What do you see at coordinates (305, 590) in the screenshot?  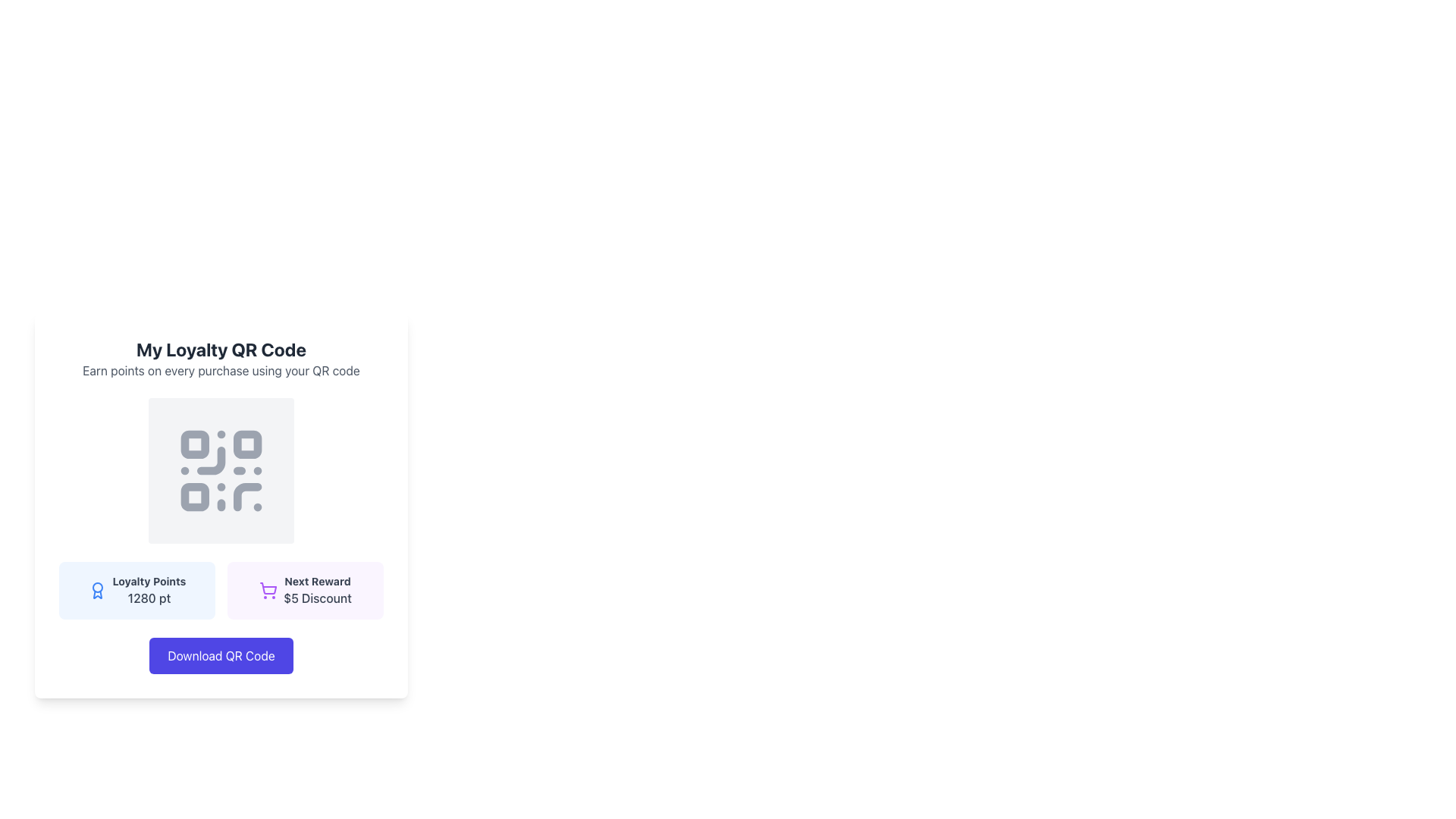 I see `the informative card displaying the user's next loyalty reward, located in the bottom-right section of the grid layout` at bounding box center [305, 590].